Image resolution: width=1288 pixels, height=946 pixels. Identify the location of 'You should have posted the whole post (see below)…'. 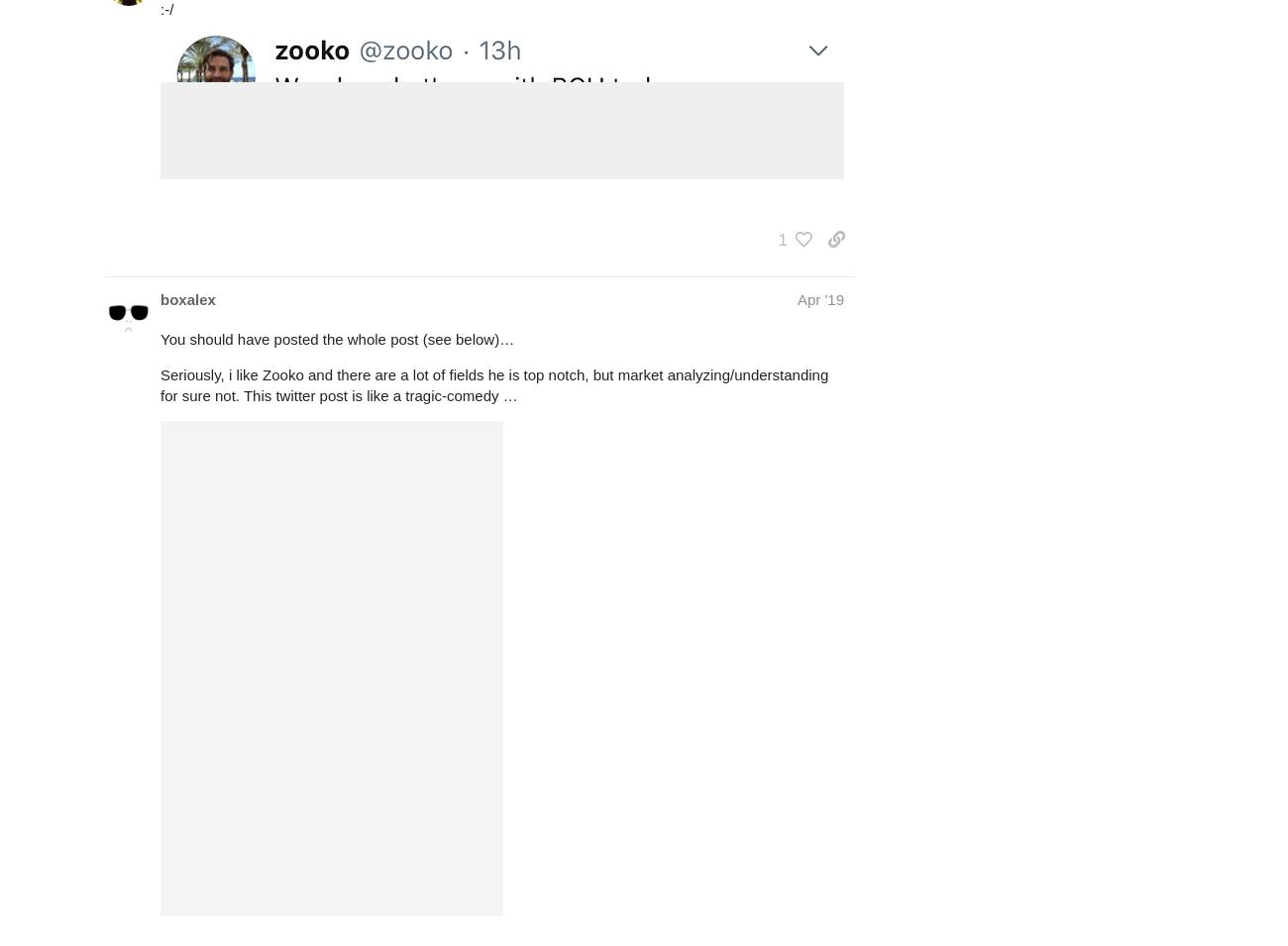
(336, 338).